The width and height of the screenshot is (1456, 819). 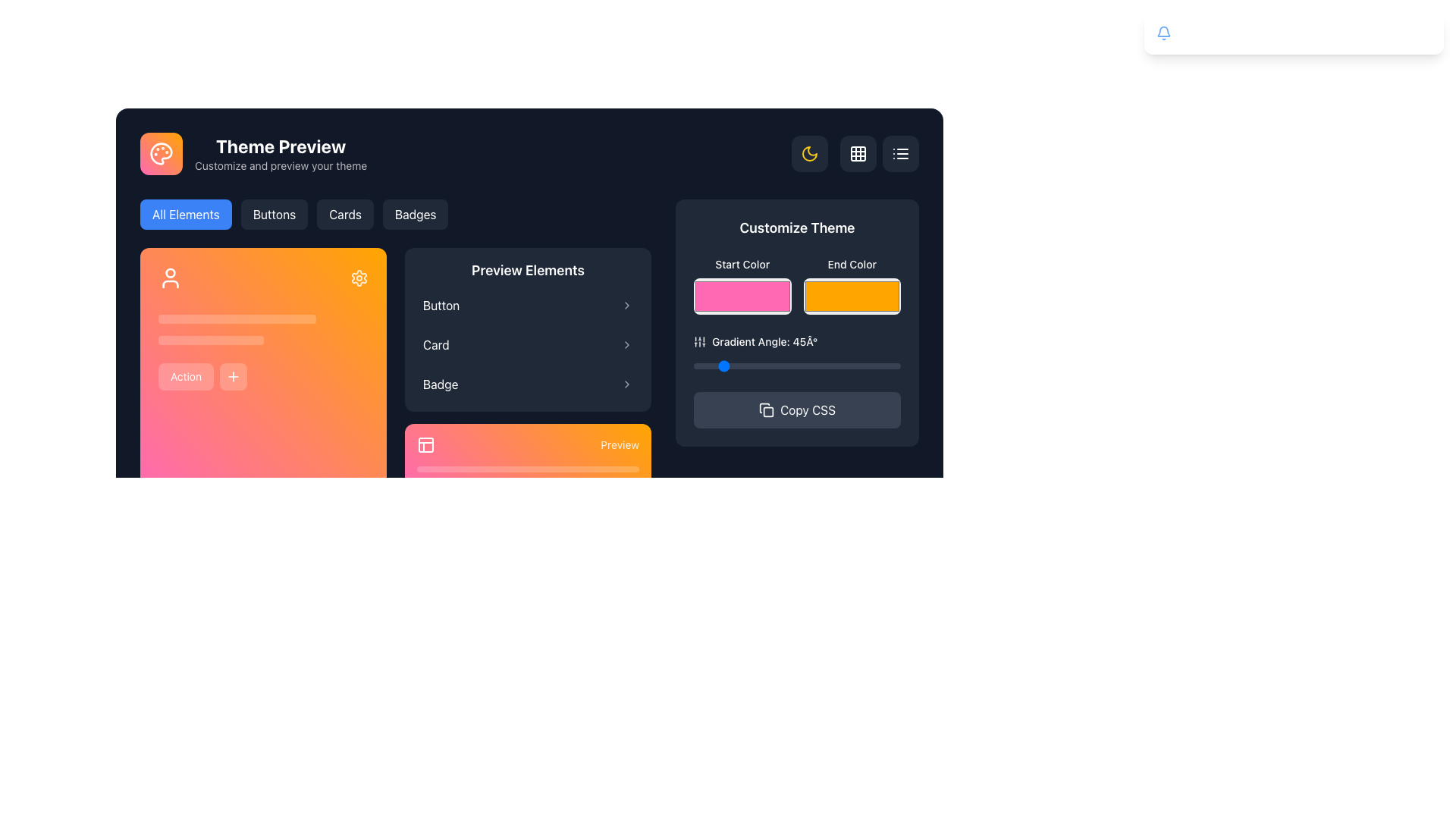 I want to click on the first button in the 'Preview Elements' section to interact with it and possibly reveal further details or settings related to 'Button' components, so click(x=528, y=305).